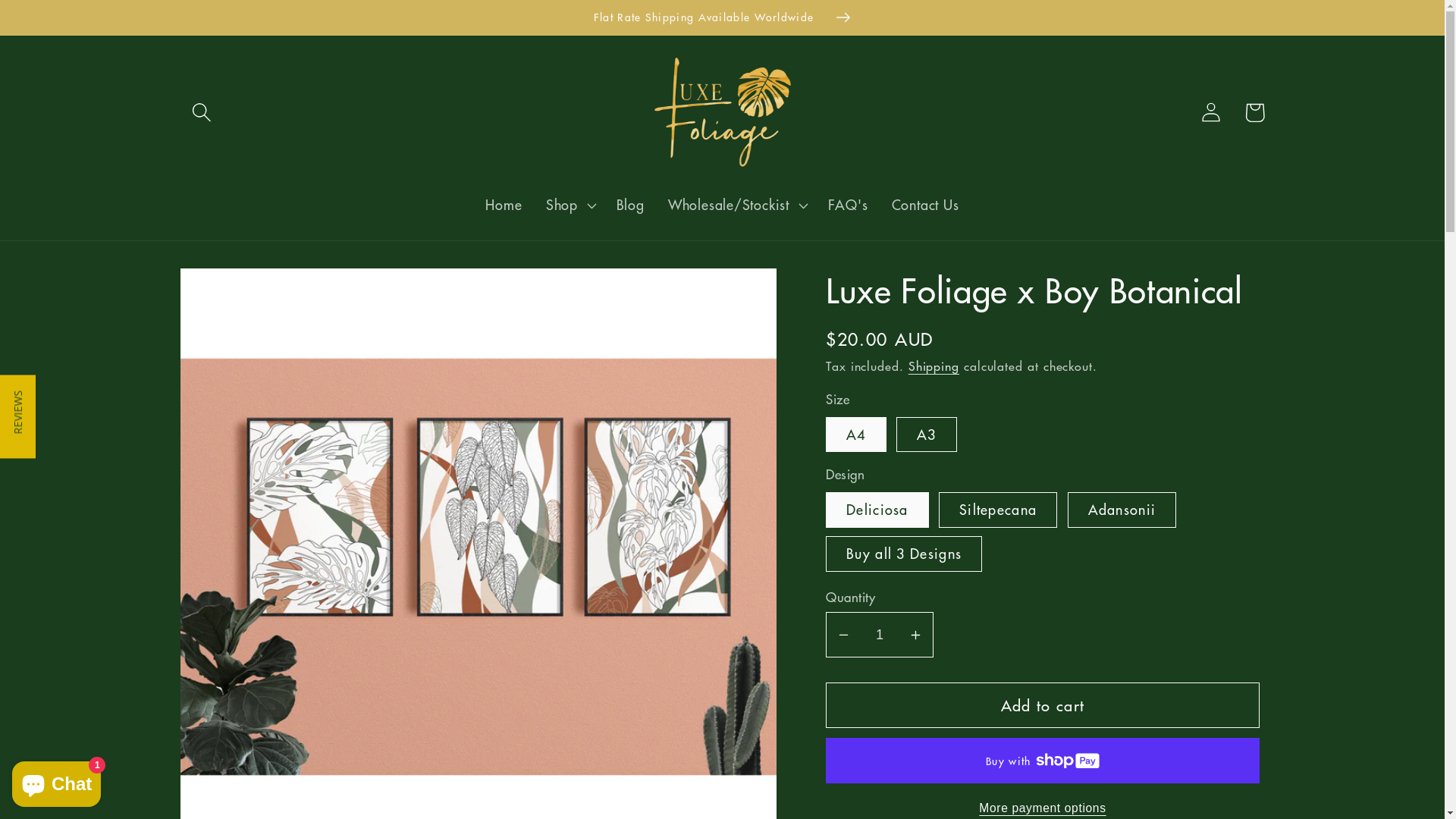 Image resolution: width=1456 pixels, height=819 pixels. What do you see at coordinates (933, 366) in the screenshot?
I see `'Shipping'` at bounding box center [933, 366].